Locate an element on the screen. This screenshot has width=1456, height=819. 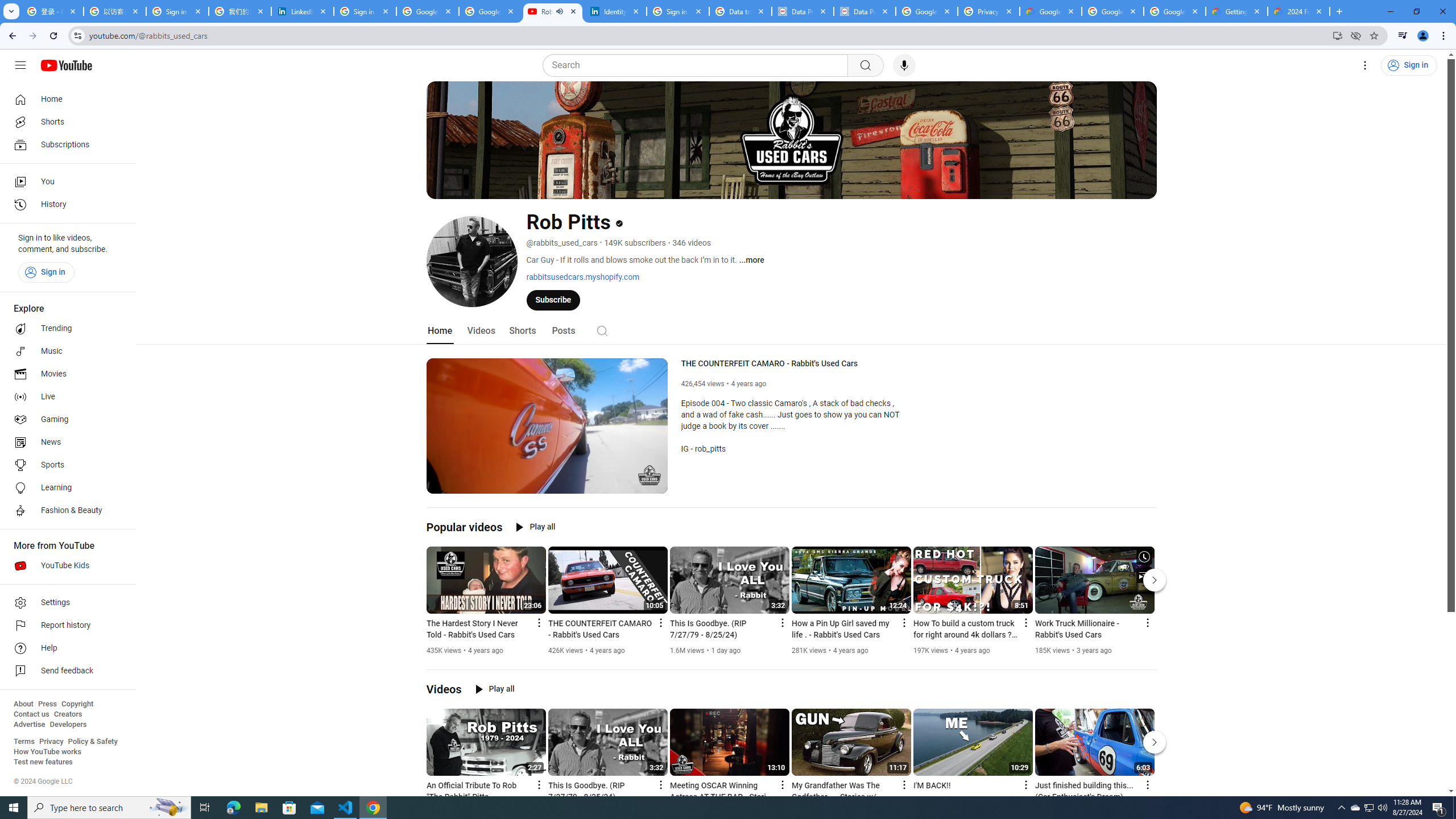
'Subtitles/closed captions unavailable' is located at coordinates (609, 483).